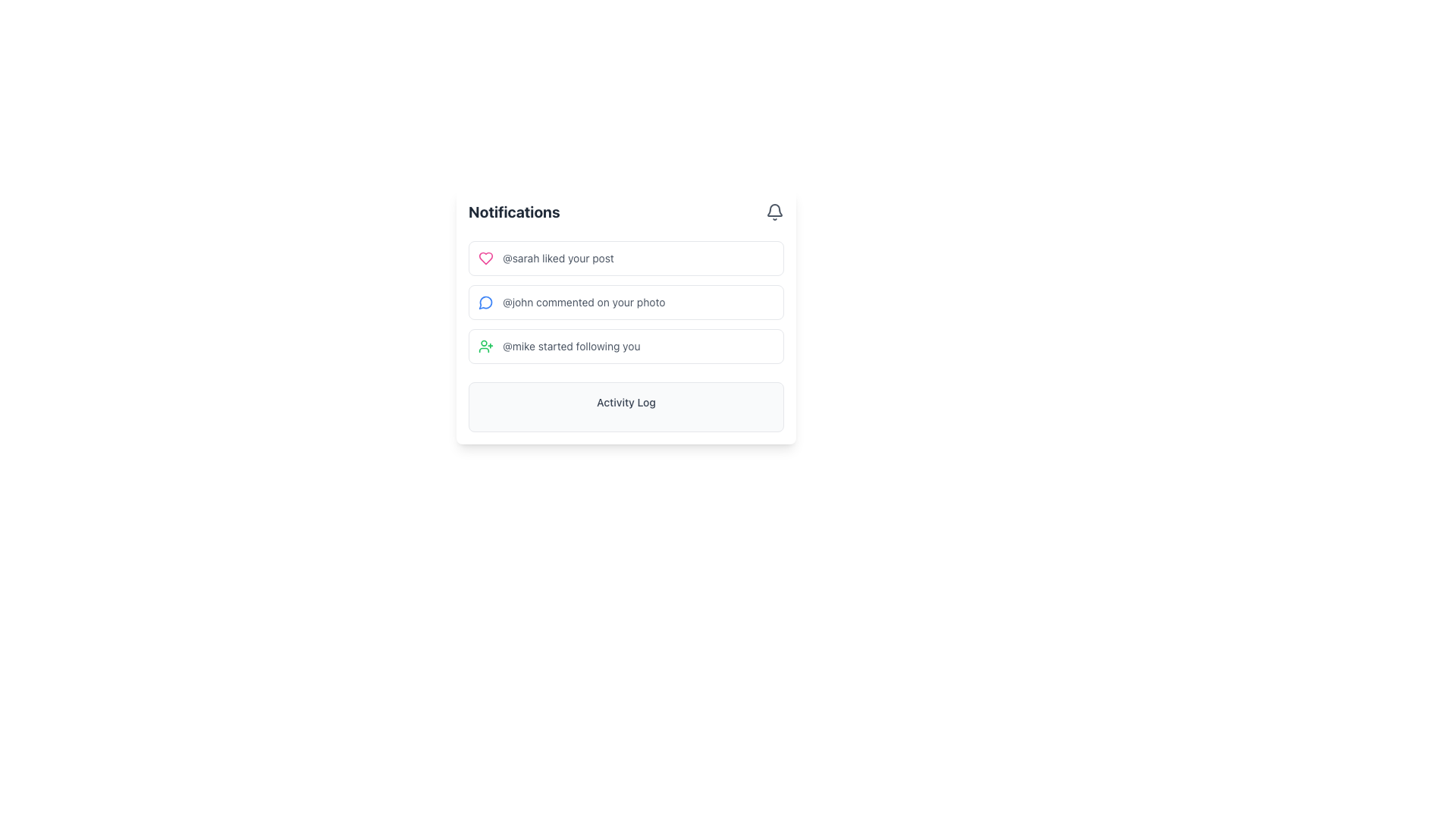  I want to click on the clickable notification entry that notifies the user of a comment made by @john on their photo, so click(626, 302).